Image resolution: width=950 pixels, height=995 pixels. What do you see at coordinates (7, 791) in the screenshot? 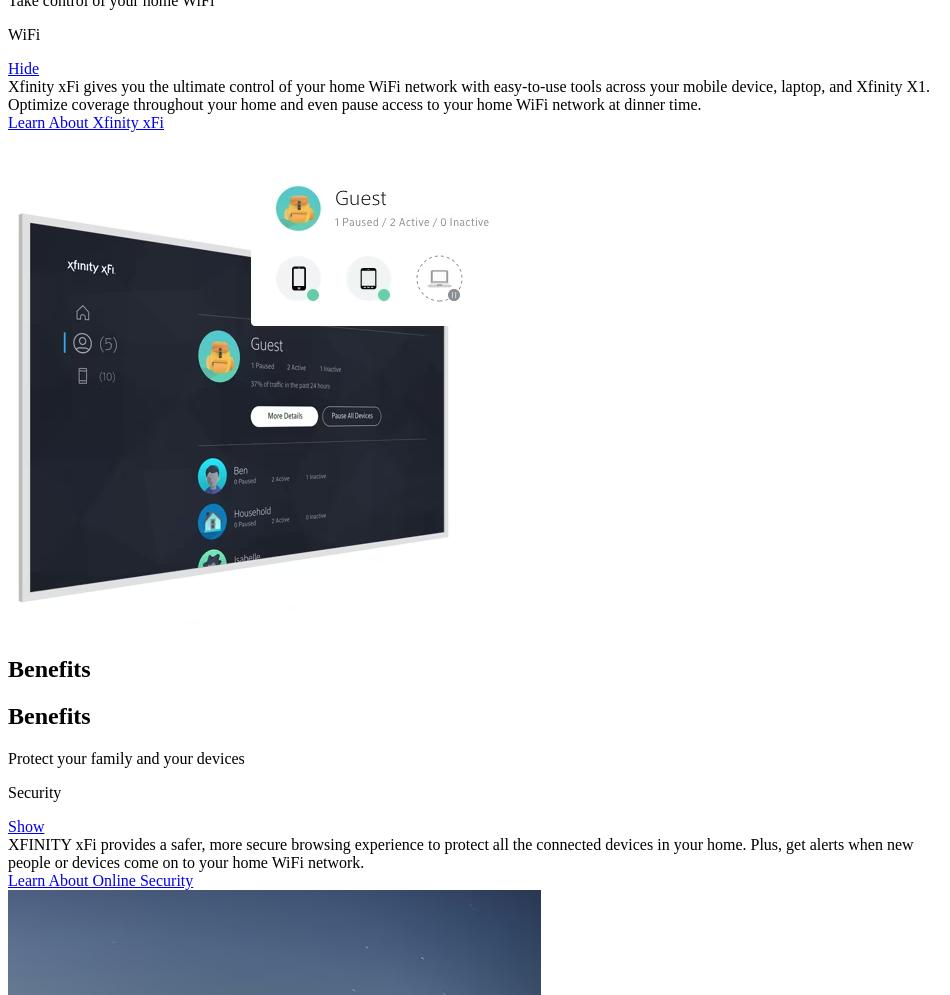
I see `'Security'` at bounding box center [7, 791].